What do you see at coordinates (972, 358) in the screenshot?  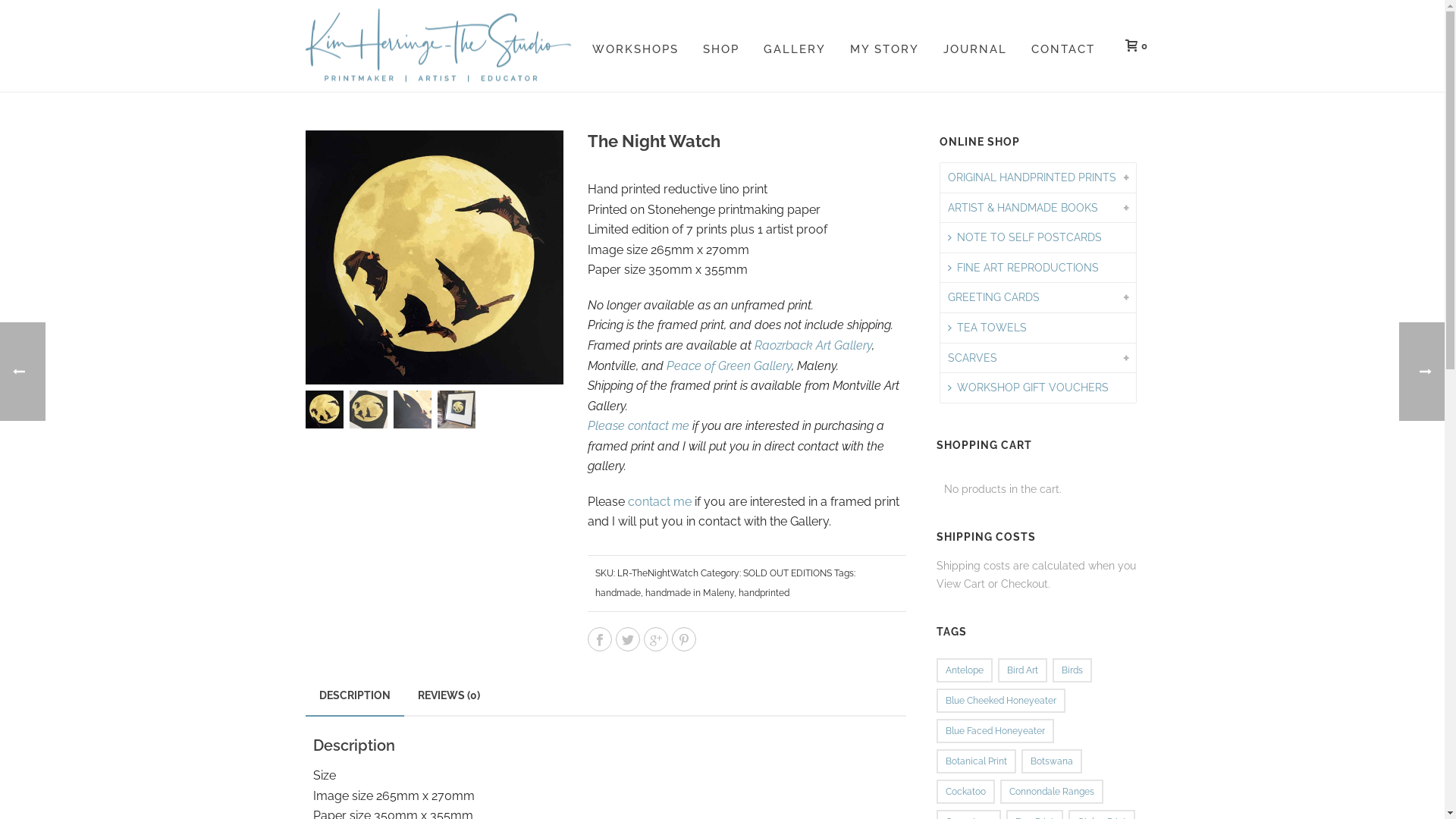 I see `'SCARVES'` at bounding box center [972, 358].